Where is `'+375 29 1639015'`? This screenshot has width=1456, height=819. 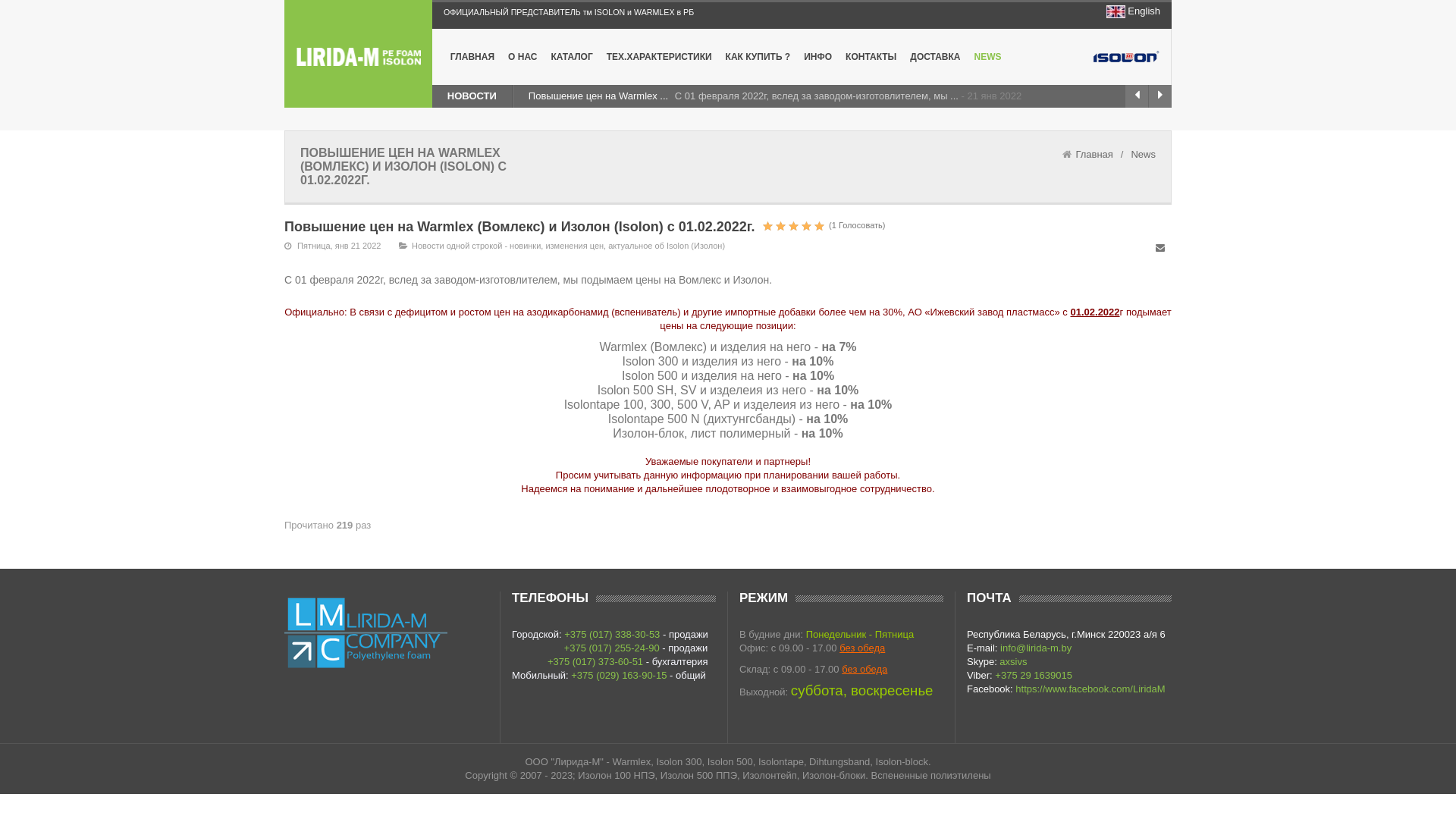
'+375 29 1639015' is located at coordinates (1033, 674).